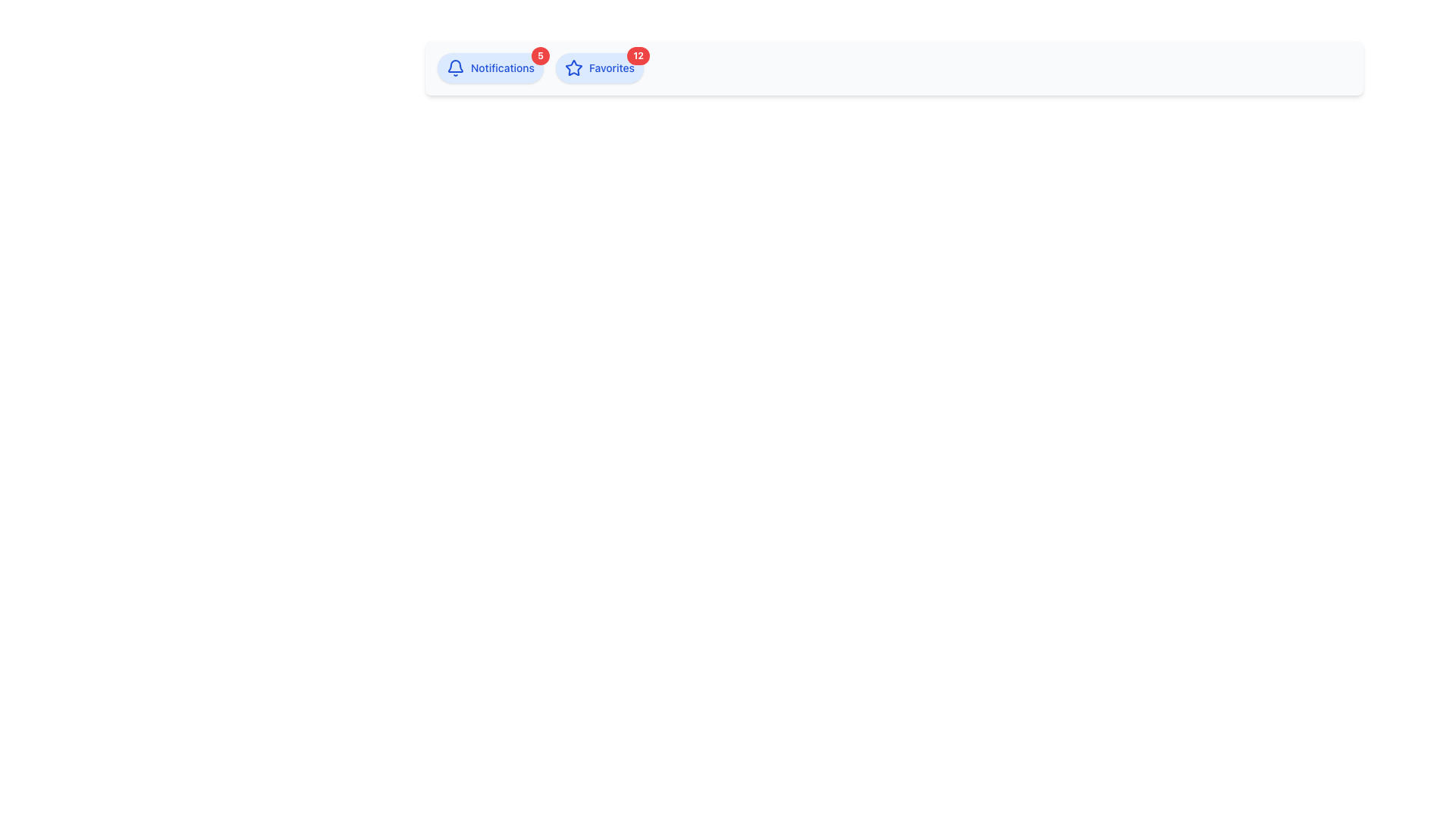  Describe the element at coordinates (454, 67) in the screenshot. I see `the bell icon located to the left of the 'Notifications' text with a red badge indicating 5 new alerts` at that location.